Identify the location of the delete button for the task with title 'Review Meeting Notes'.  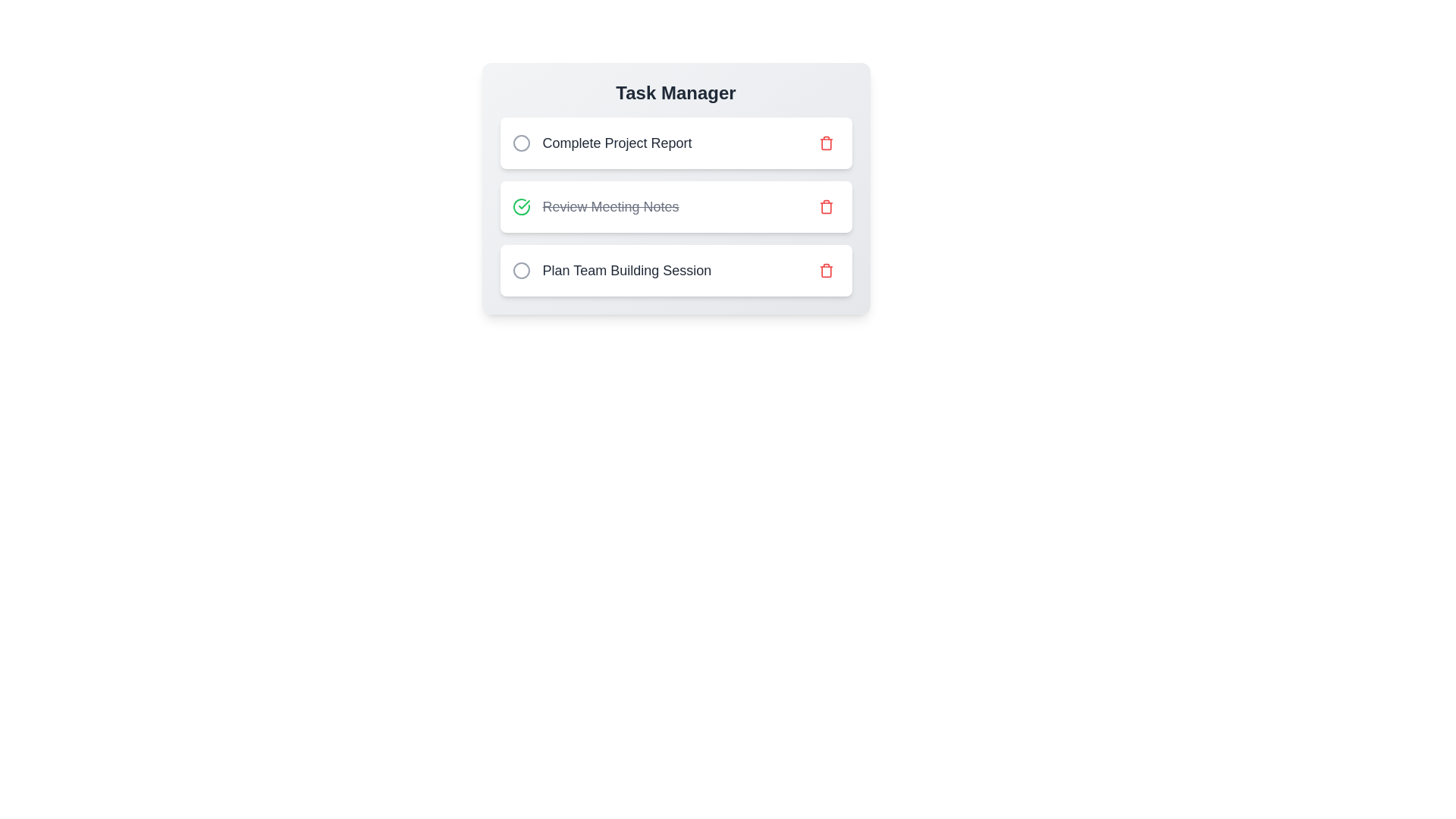
(825, 207).